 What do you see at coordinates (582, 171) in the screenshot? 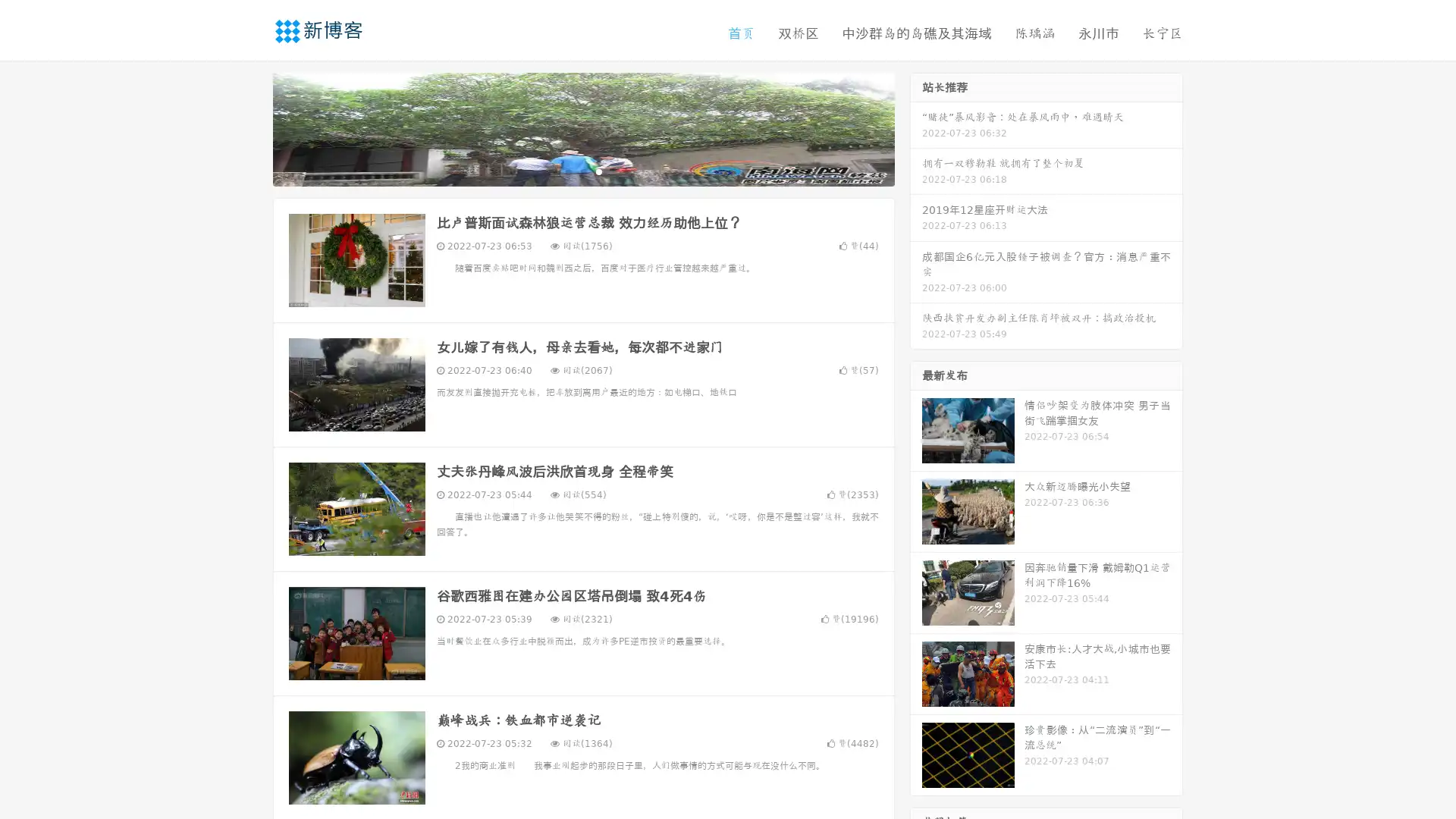
I see `Go to slide 2` at bounding box center [582, 171].